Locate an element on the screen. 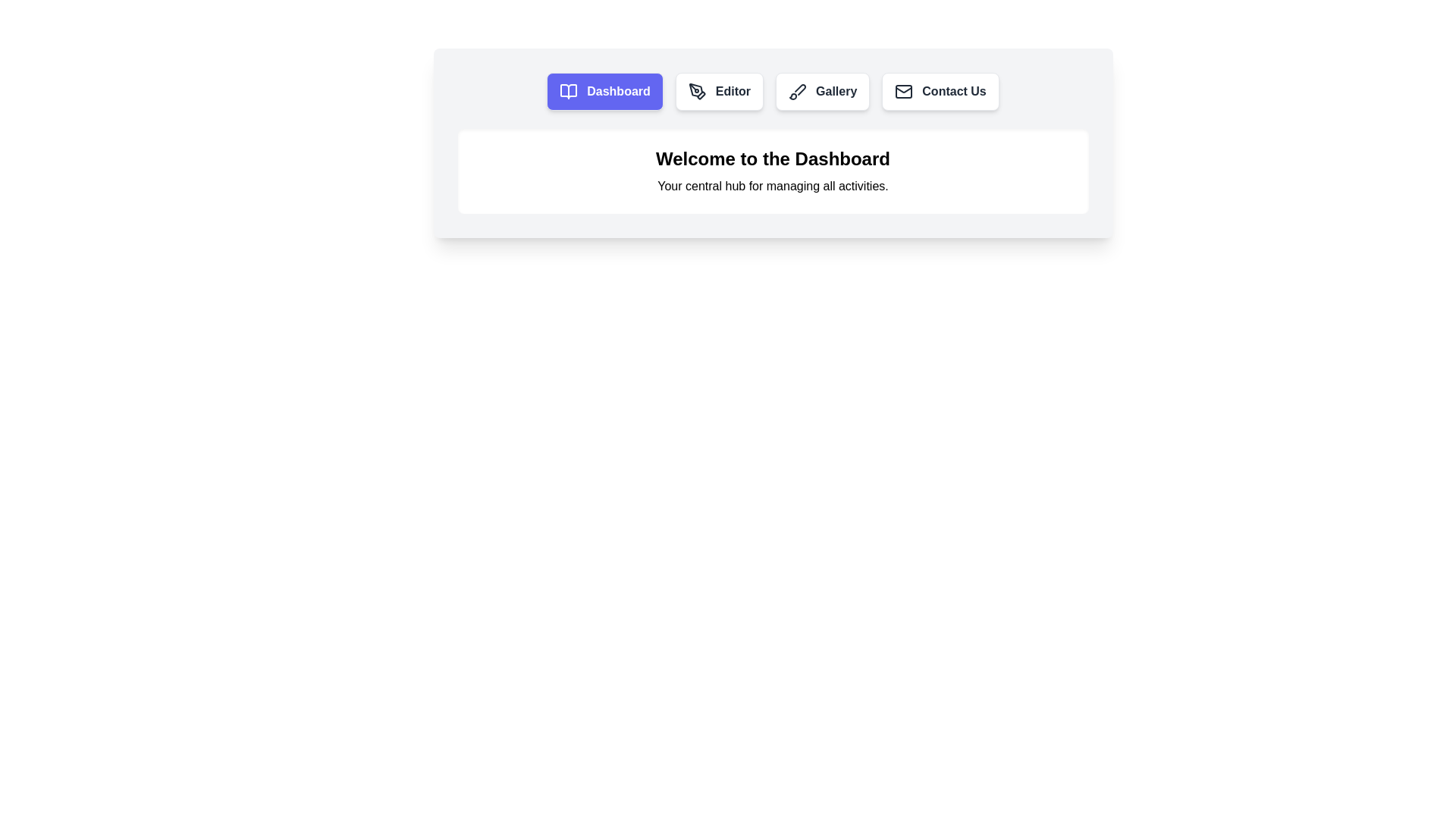 The height and width of the screenshot is (819, 1456). the navigation button is located at coordinates (718, 91).